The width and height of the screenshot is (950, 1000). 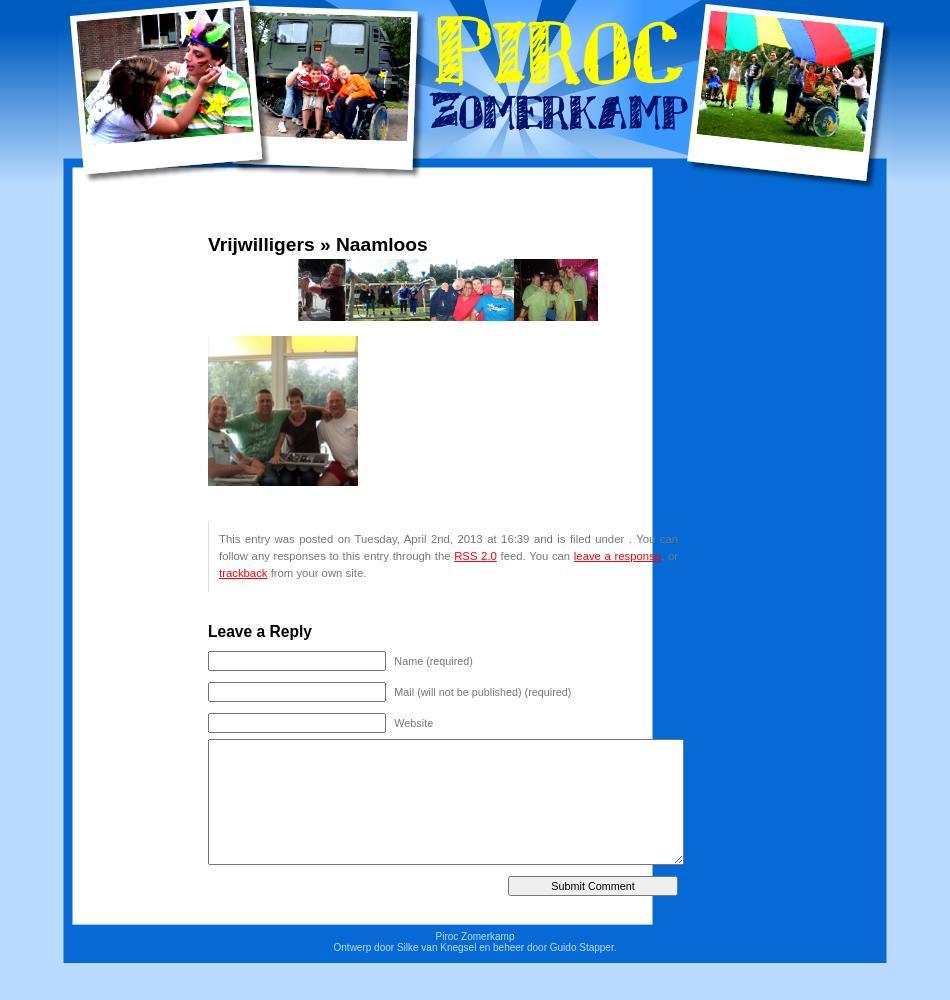 What do you see at coordinates (617, 555) in the screenshot?
I see `'leave a response'` at bounding box center [617, 555].